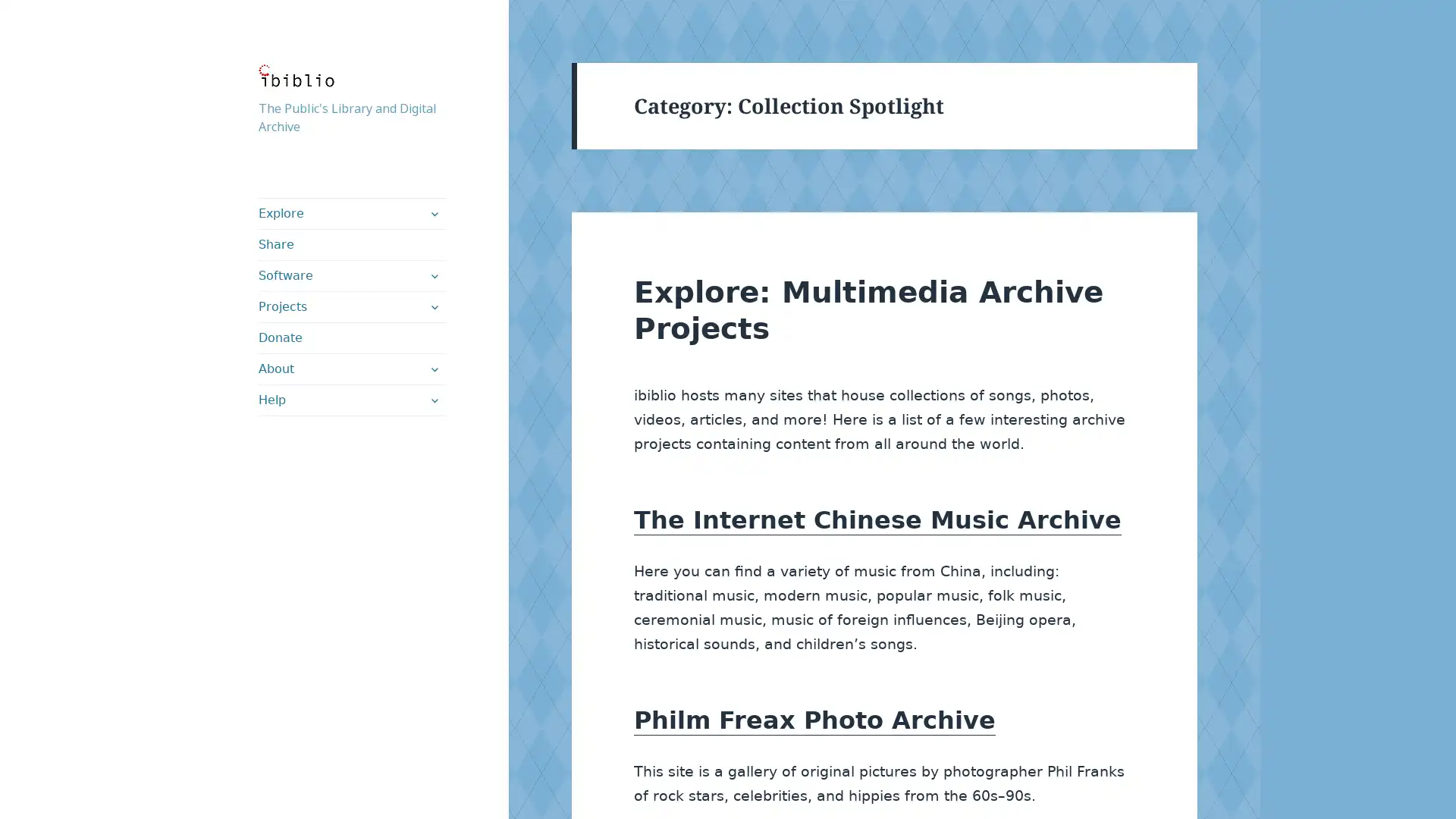  I want to click on expand child menu, so click(432, 400).